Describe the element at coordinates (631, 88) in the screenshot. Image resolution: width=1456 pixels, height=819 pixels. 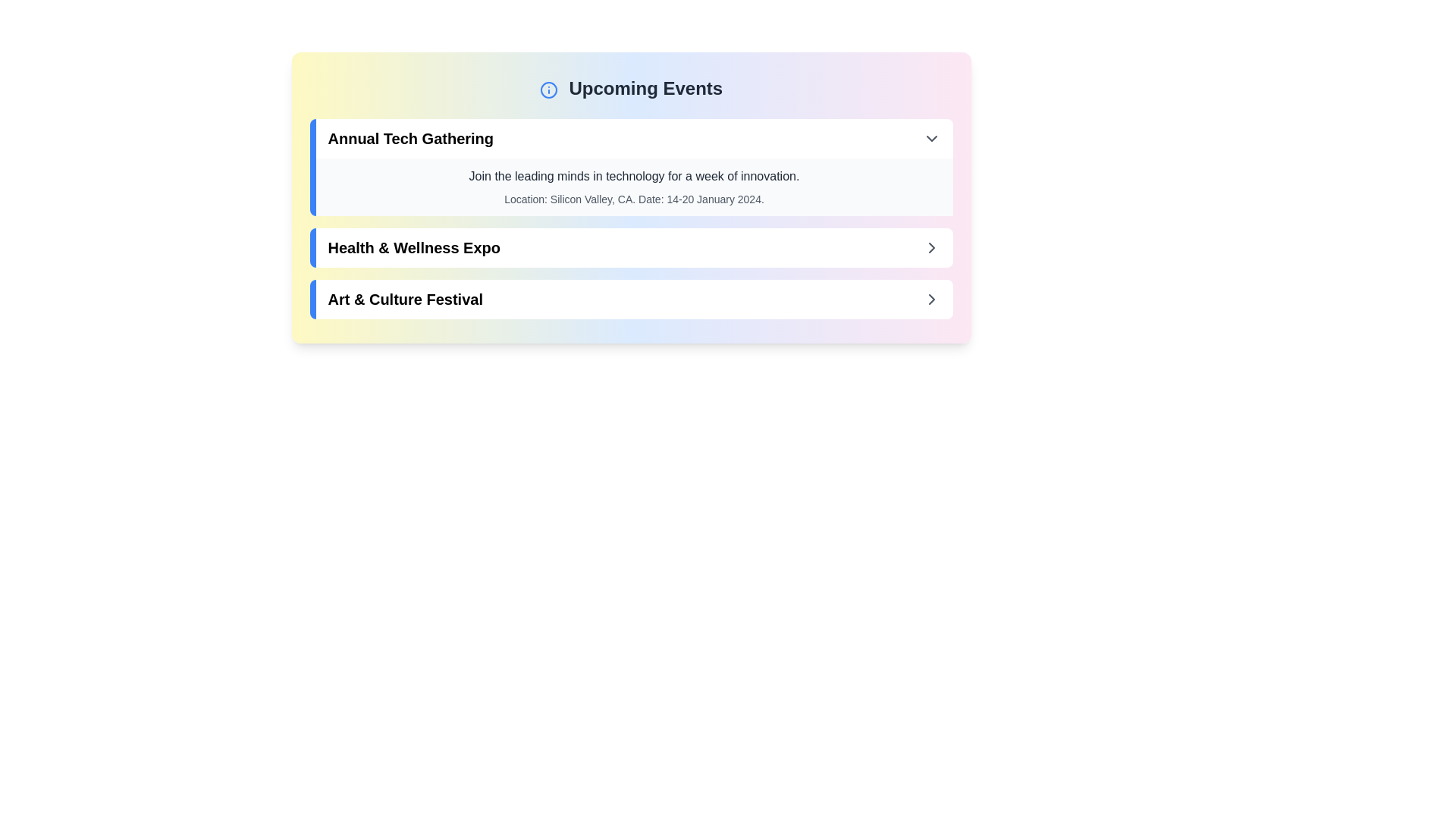
I see `the 'Upcoming Events' text-based header, which is styled with a bold font and accompanied by a blue information icon on its left side, located at the top of the section` at that location.